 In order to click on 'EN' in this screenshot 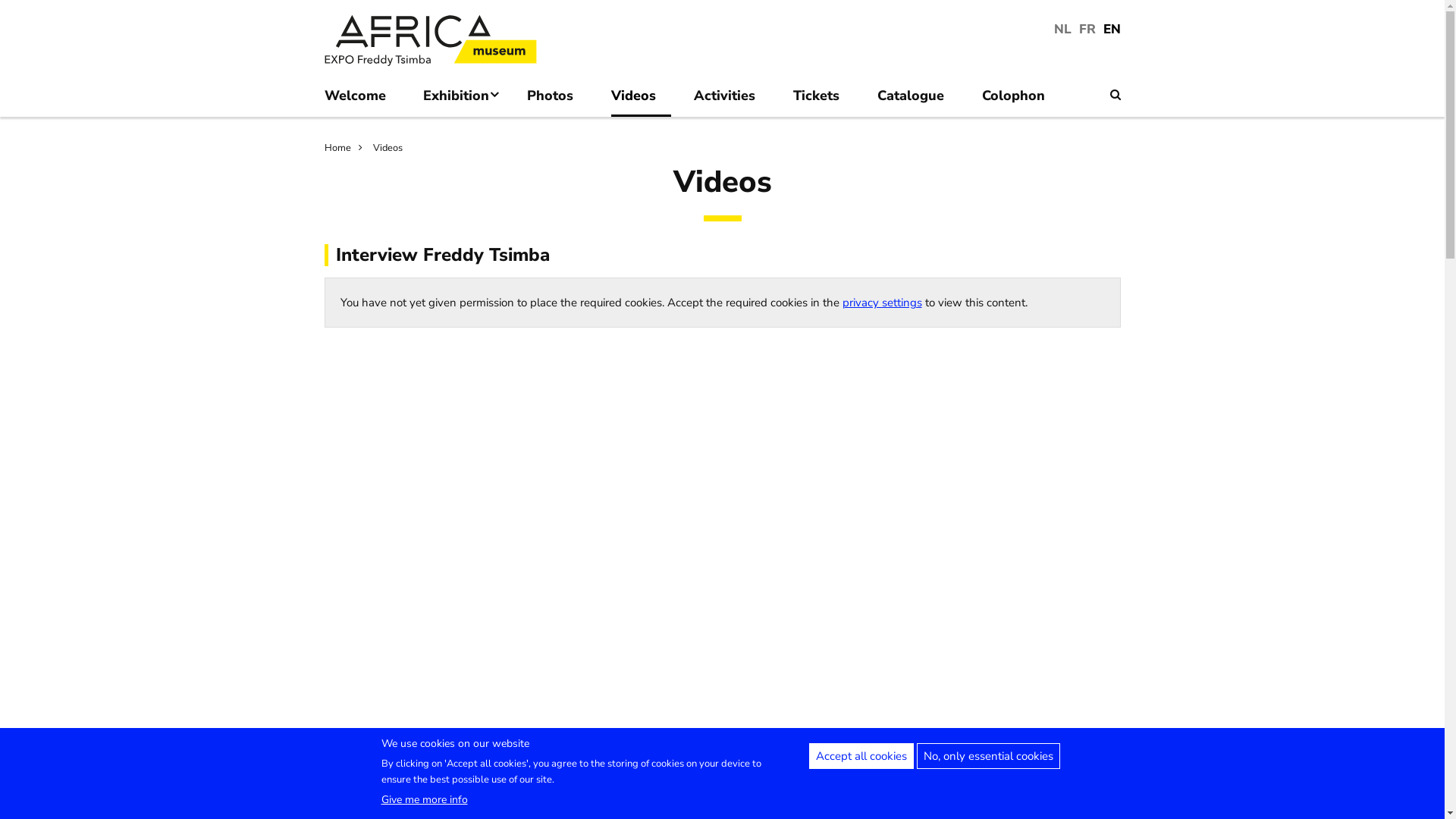, I will do `click(1111, 29)`.